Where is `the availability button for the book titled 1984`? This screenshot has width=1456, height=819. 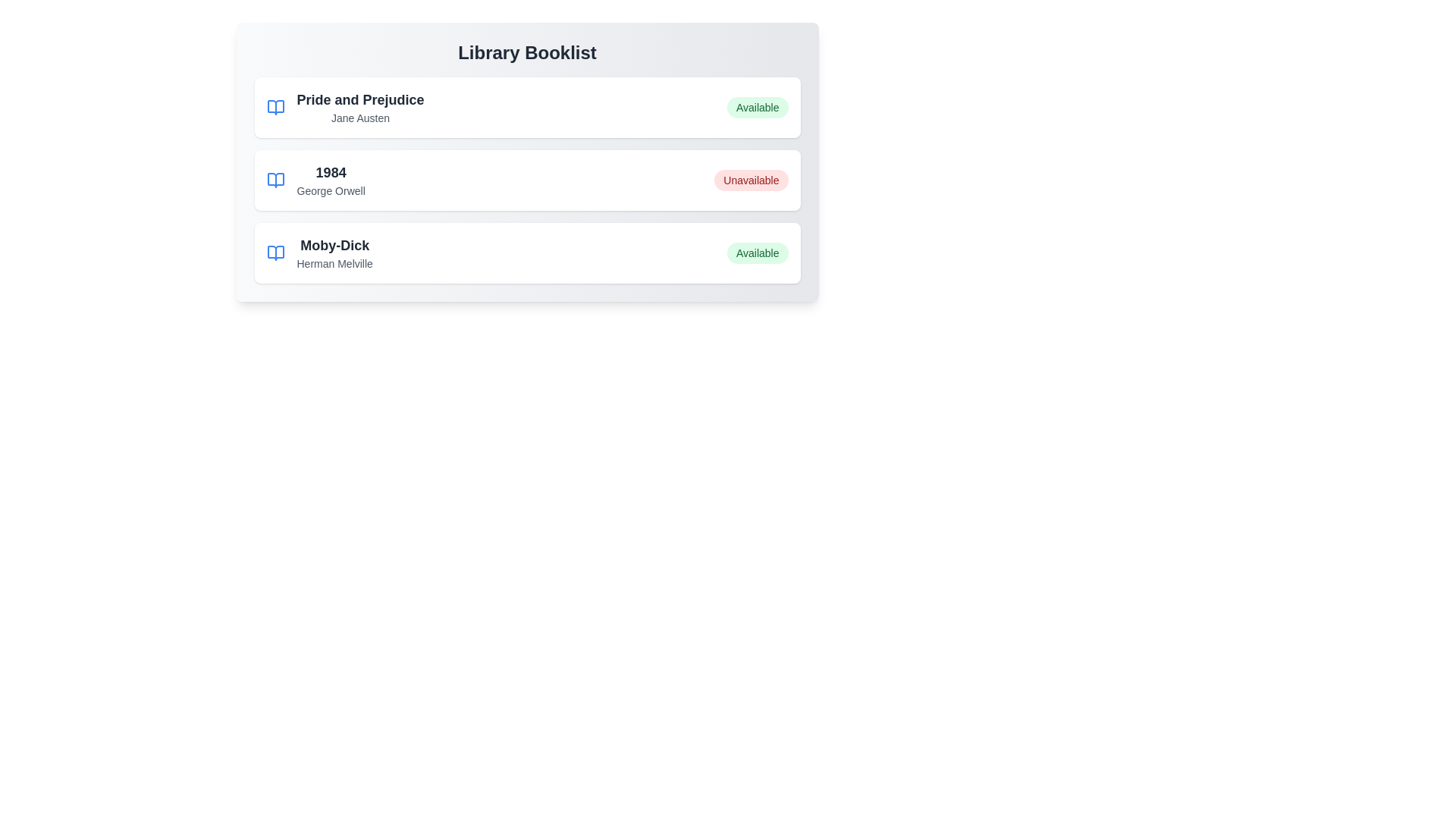
the availability button for the book titled 1984 is located at coordinates (751, 180).